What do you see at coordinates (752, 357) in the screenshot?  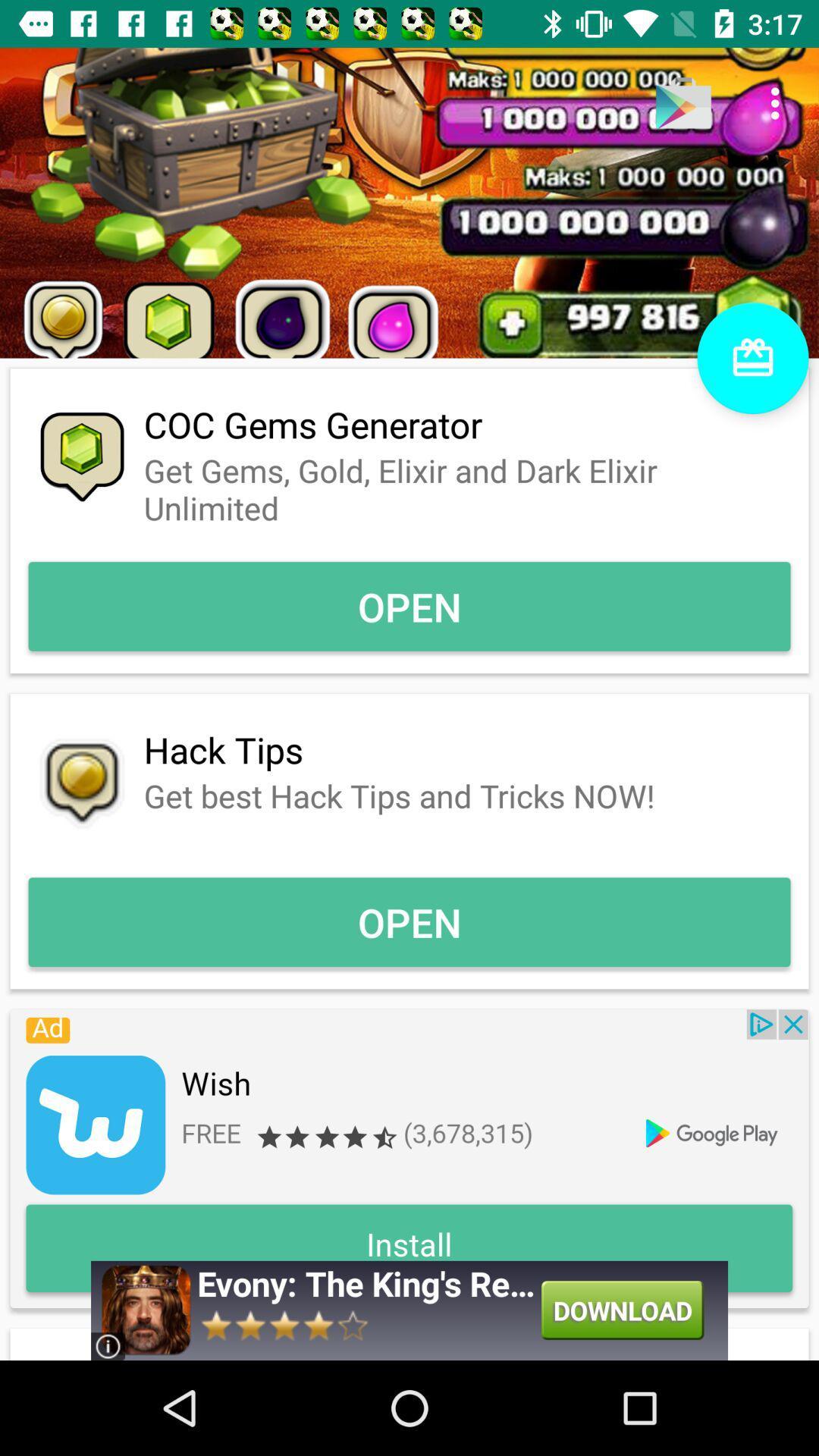 I see `the gift icon` at bounding box center [752, 357].